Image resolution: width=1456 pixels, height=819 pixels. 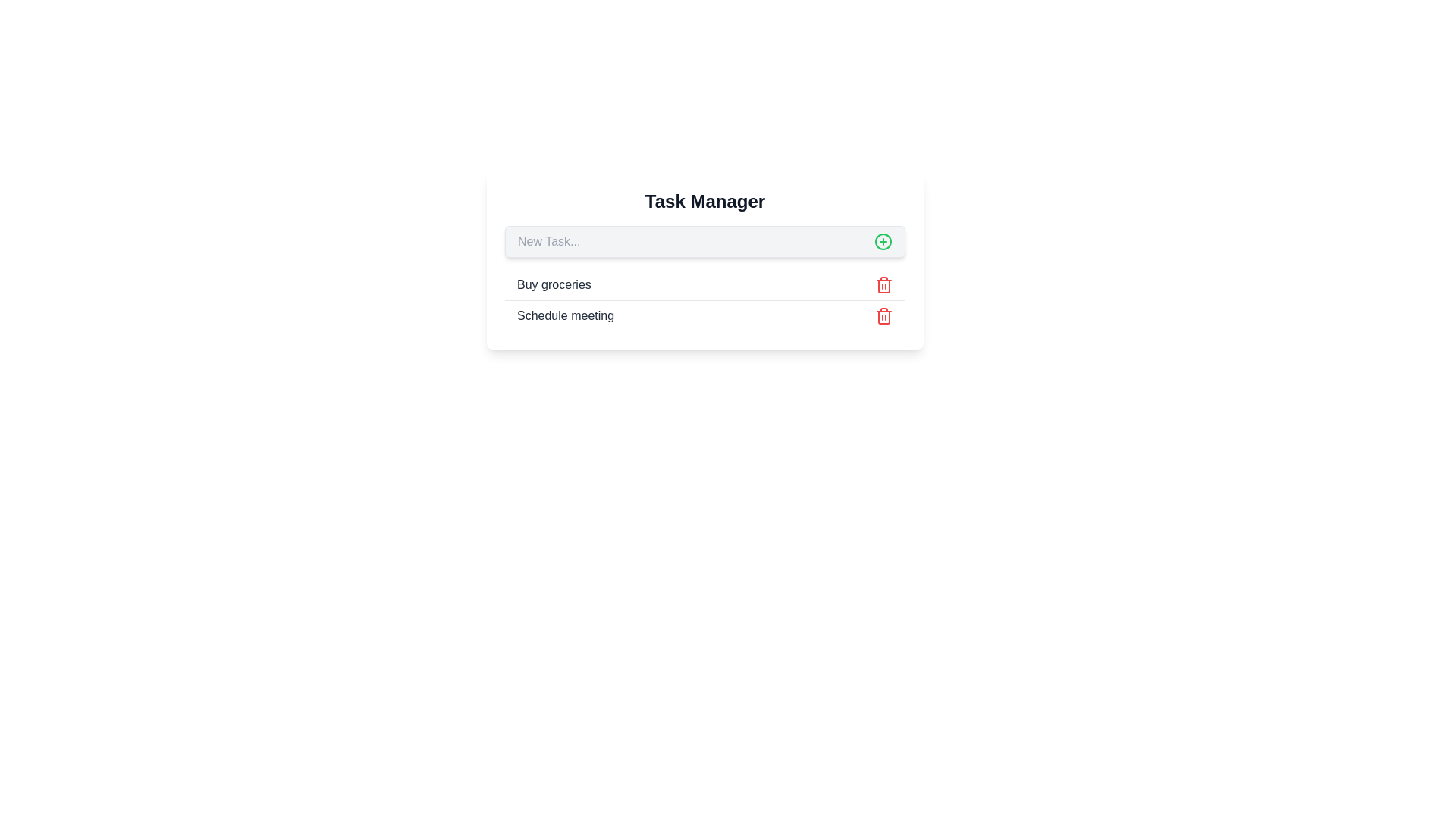 What do you see at coordinates (883, 241) in the screenshot?
I see `the green circular button with a plus sign` at bounding box center [883, 241].